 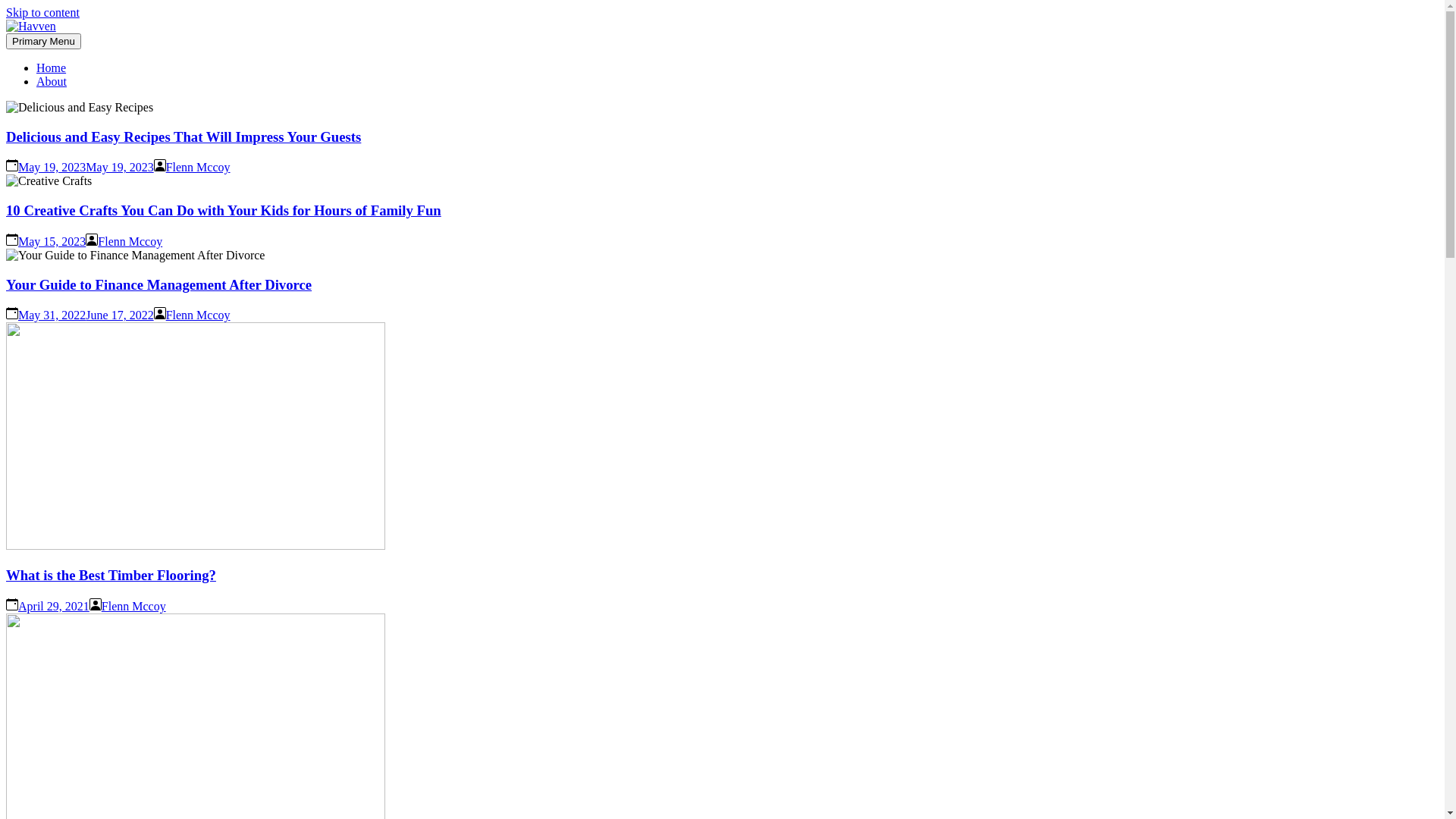 I want to click on 'April 29, 2021', so click(x=54, y=605).